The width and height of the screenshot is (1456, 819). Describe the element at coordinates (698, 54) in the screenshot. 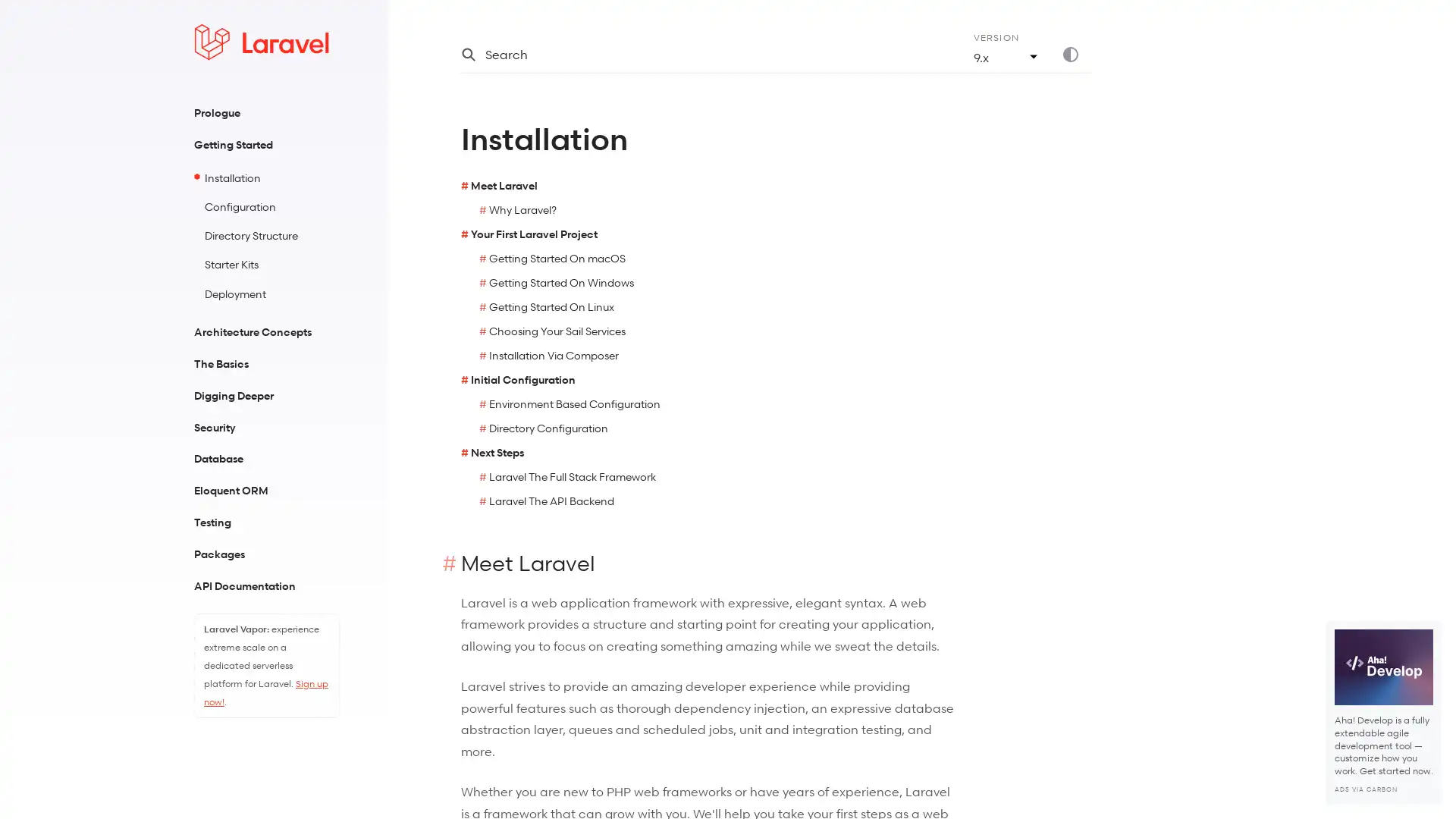

I see `Search` at that location.